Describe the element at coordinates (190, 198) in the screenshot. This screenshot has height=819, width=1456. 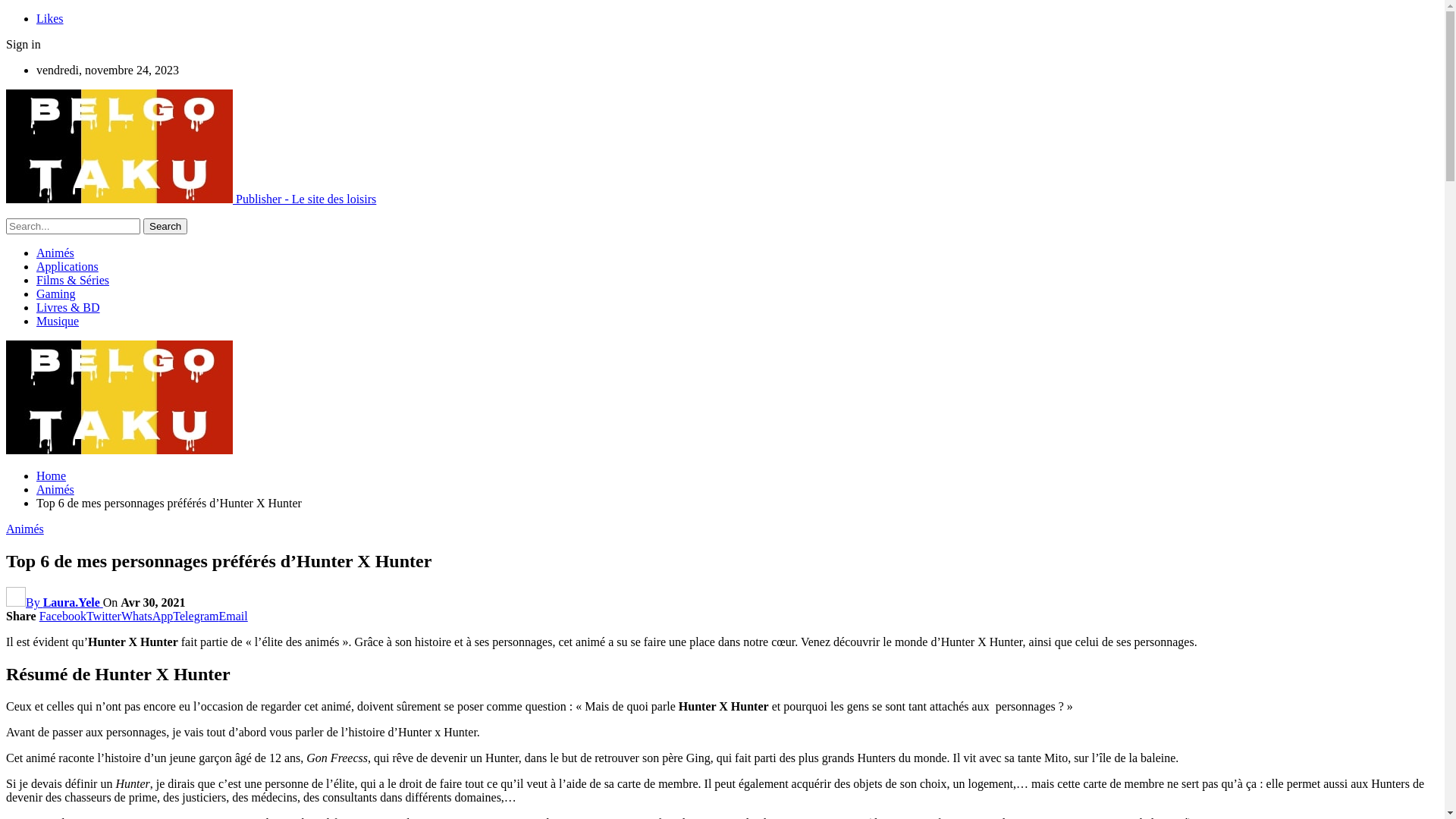
I see `'Publisher - Le site des loisirs'` at that location.